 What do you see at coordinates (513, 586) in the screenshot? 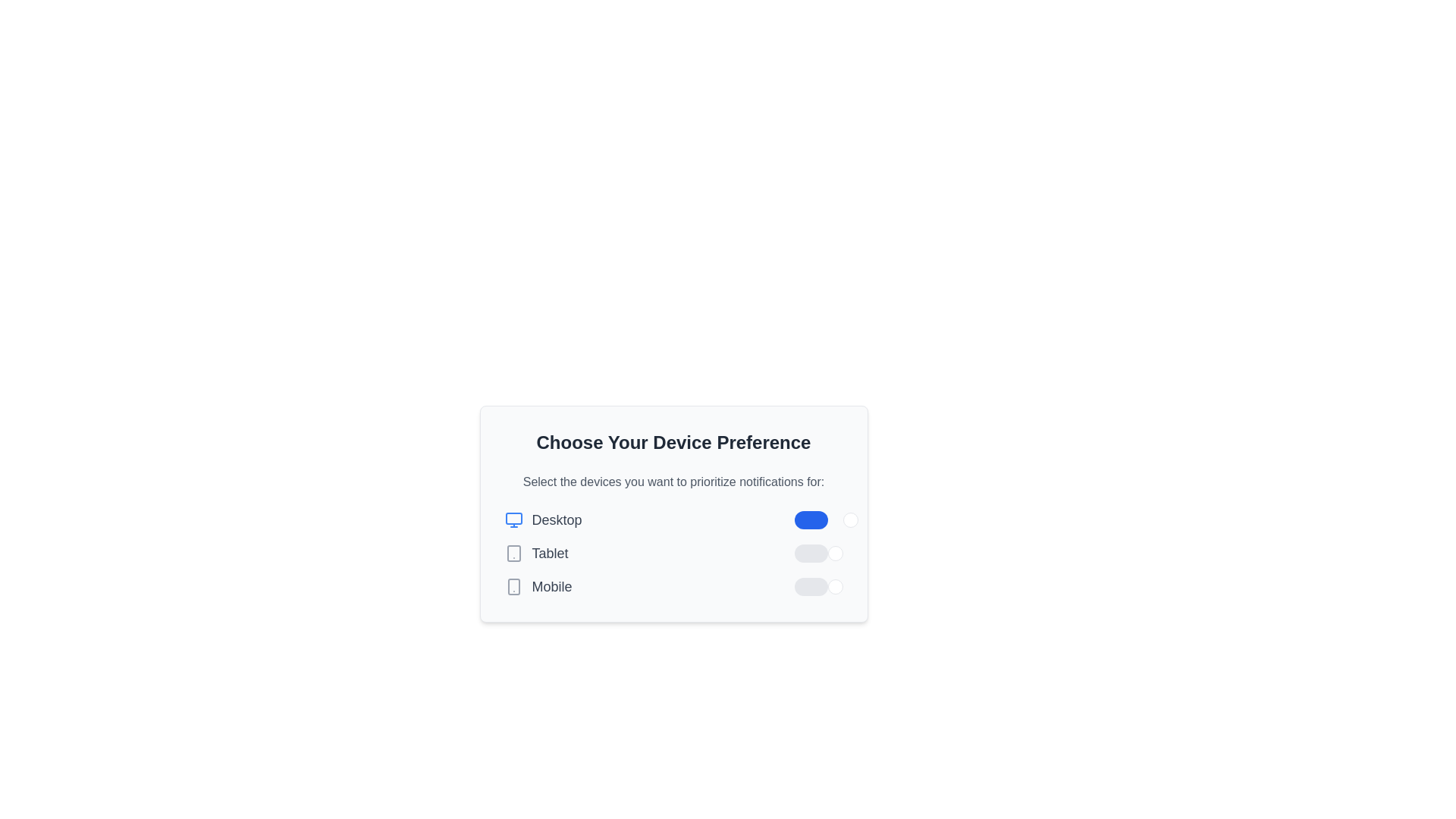
I see `the 'Mobile' option icon, which is visually aligned with the 'Desktop' and 'Tablet' icons in the device options list` at bounding box center [513, 586].